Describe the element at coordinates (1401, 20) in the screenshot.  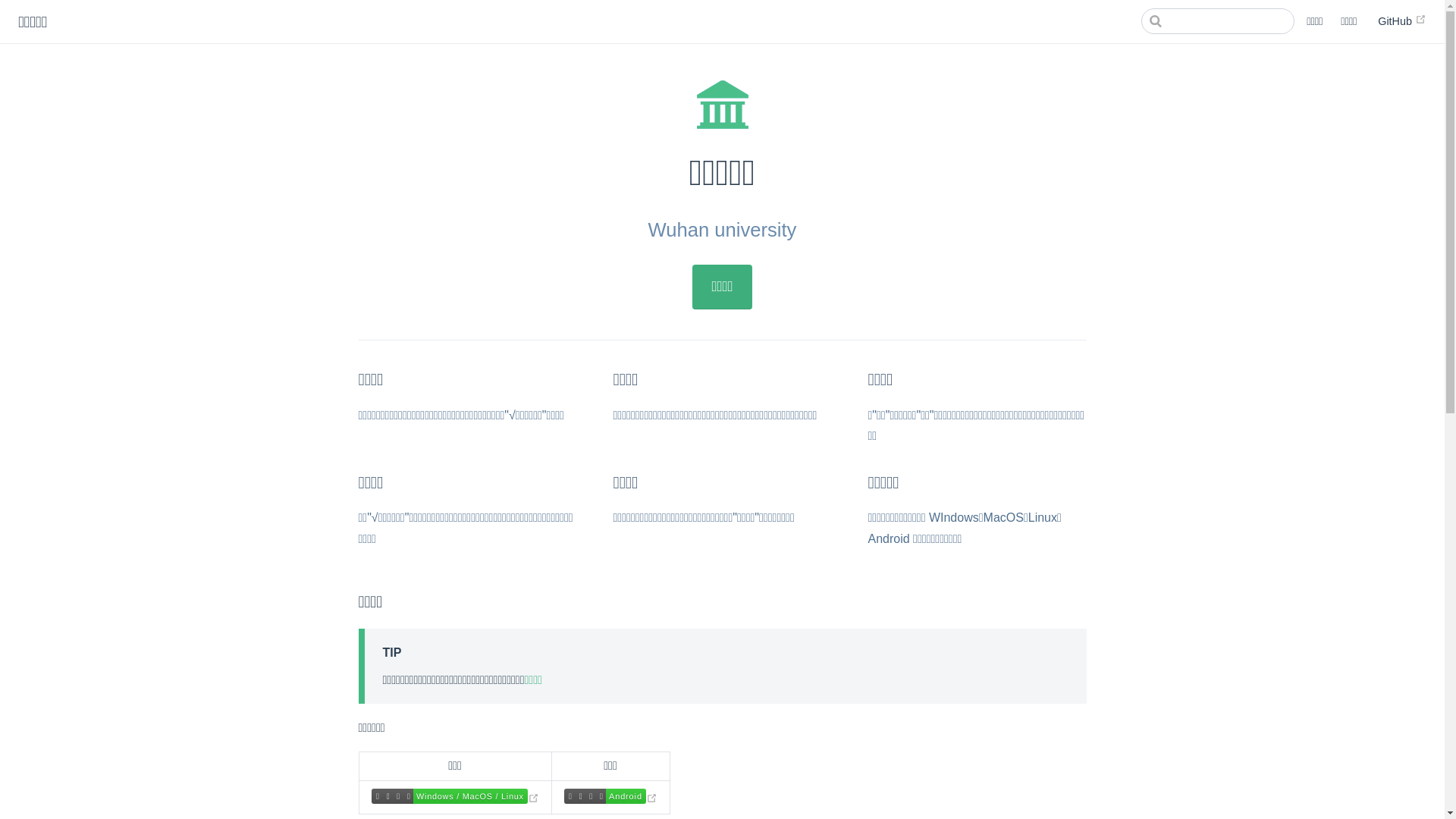
I see `'GitHub'` at that location.